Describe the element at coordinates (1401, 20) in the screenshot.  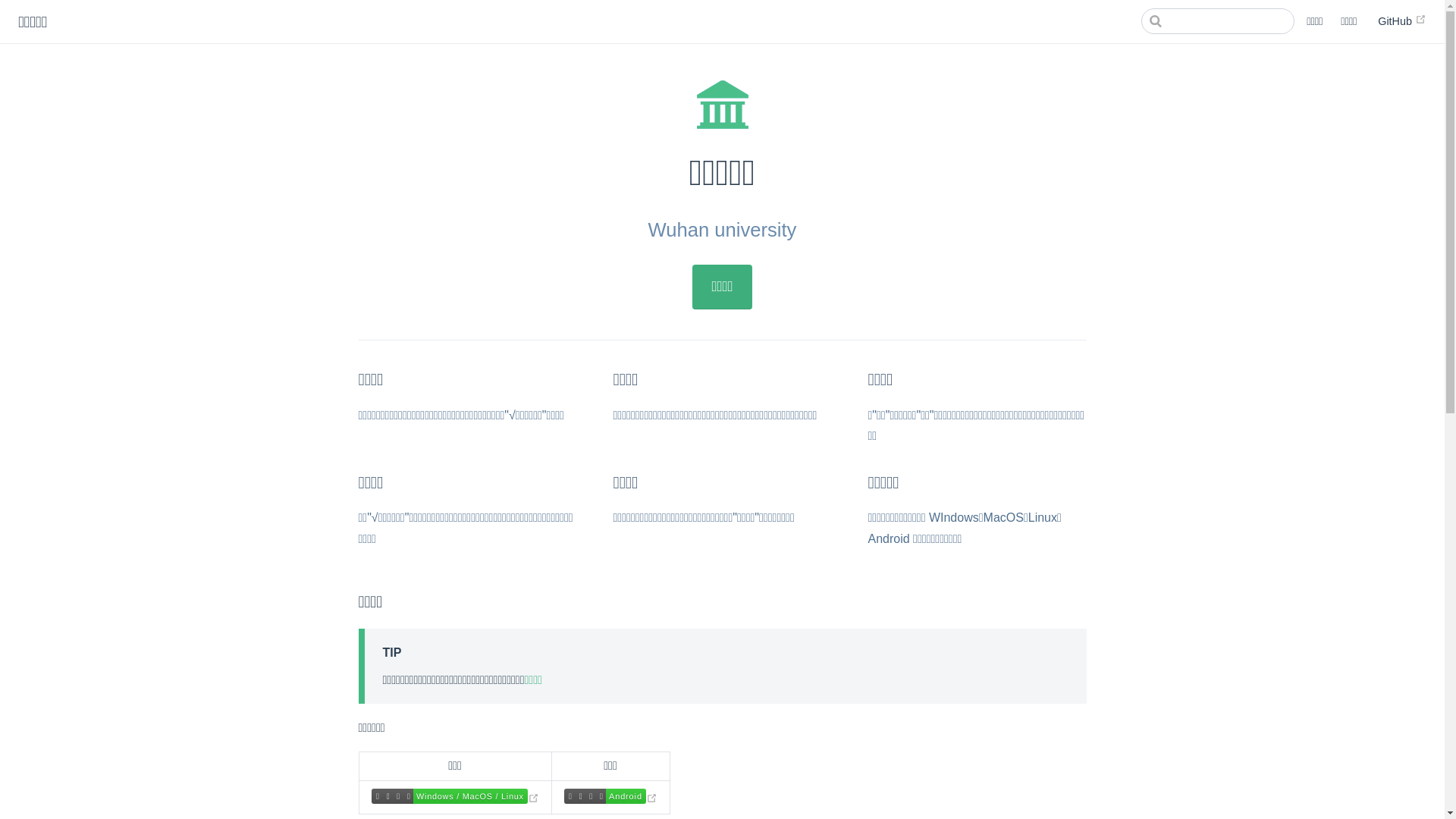
I see `'GitHub'` at that location.